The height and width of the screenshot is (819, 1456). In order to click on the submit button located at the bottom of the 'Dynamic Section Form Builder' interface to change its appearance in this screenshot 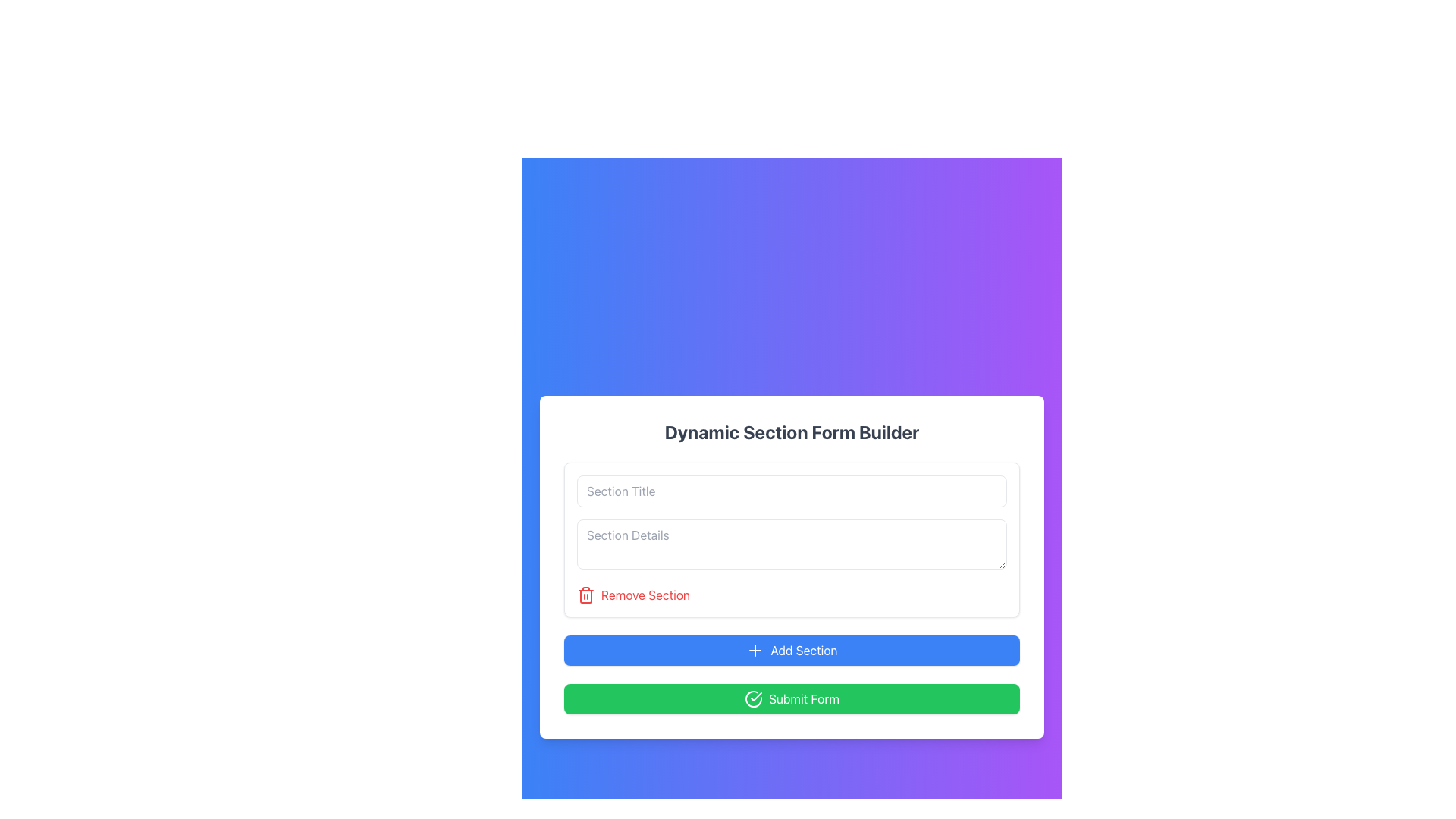, I will do `click(791, 698)`.